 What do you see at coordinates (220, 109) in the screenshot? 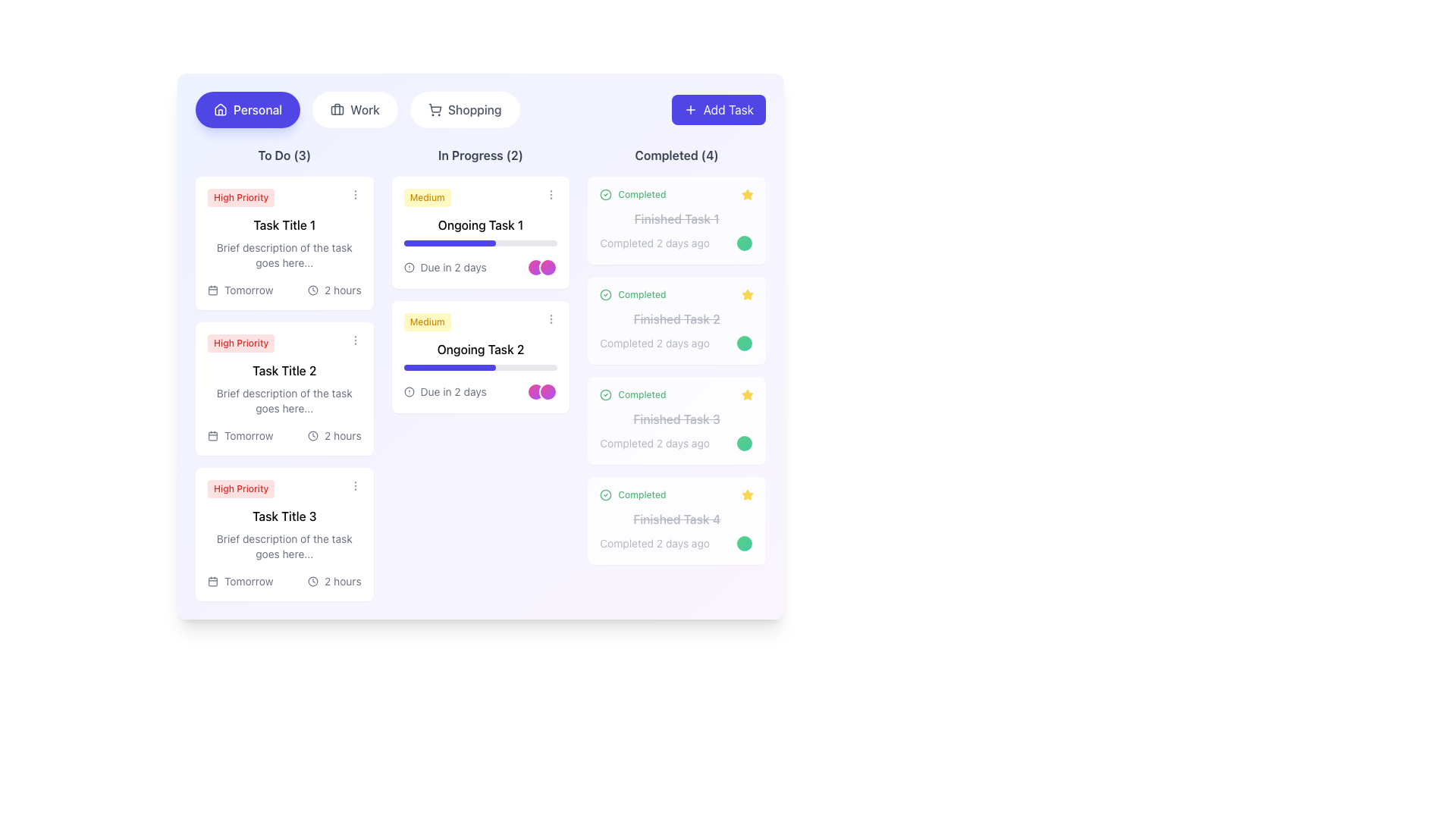
I see `the house outline icon located within the purple 'Personal' button in the top-left section of the user interface` at bounding box center [220, 109].